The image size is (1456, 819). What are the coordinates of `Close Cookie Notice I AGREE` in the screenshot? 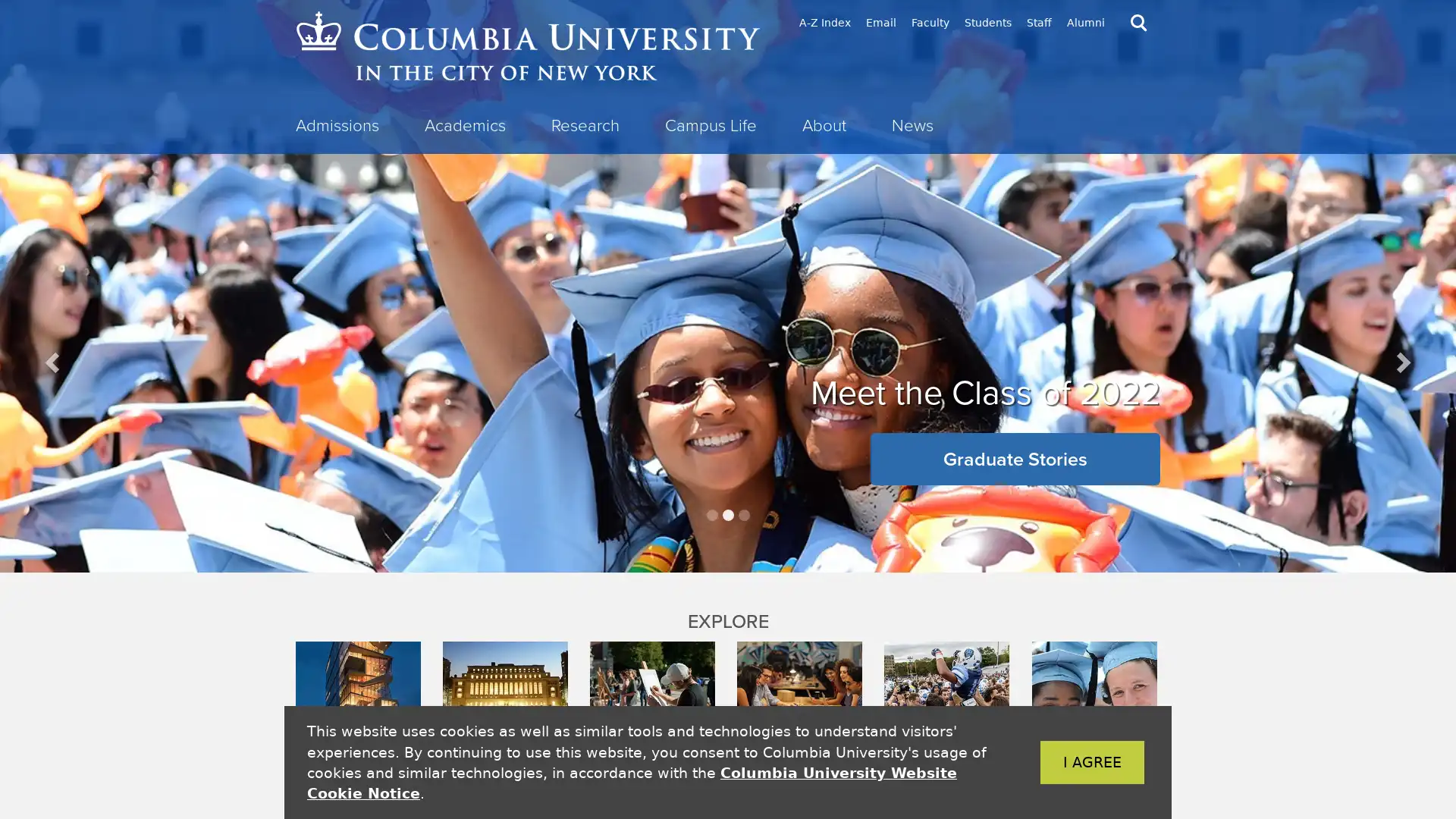 It's located at (1068, 762).